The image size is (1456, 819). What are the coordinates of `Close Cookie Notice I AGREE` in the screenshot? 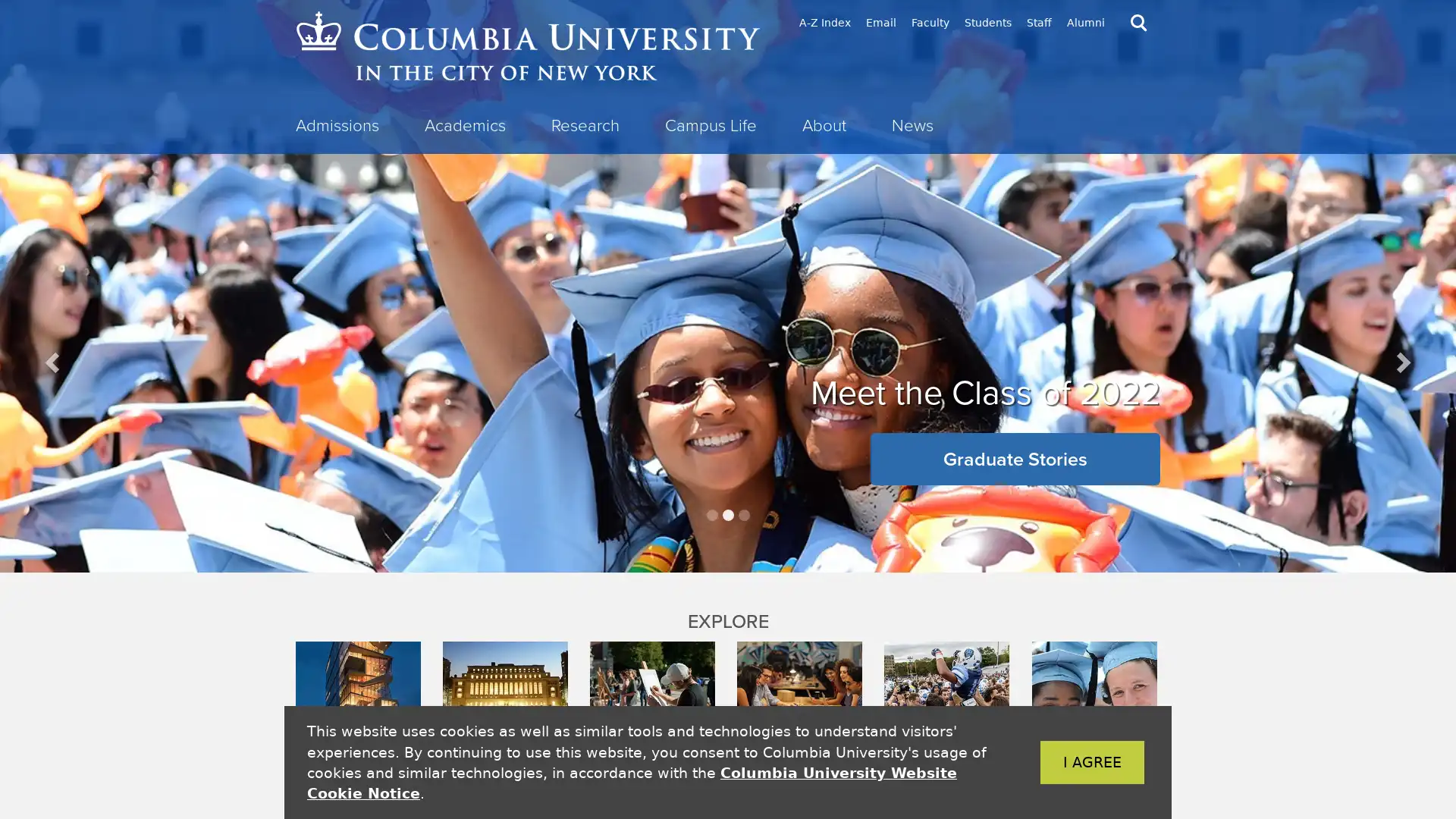 It's located at (1068, 762).